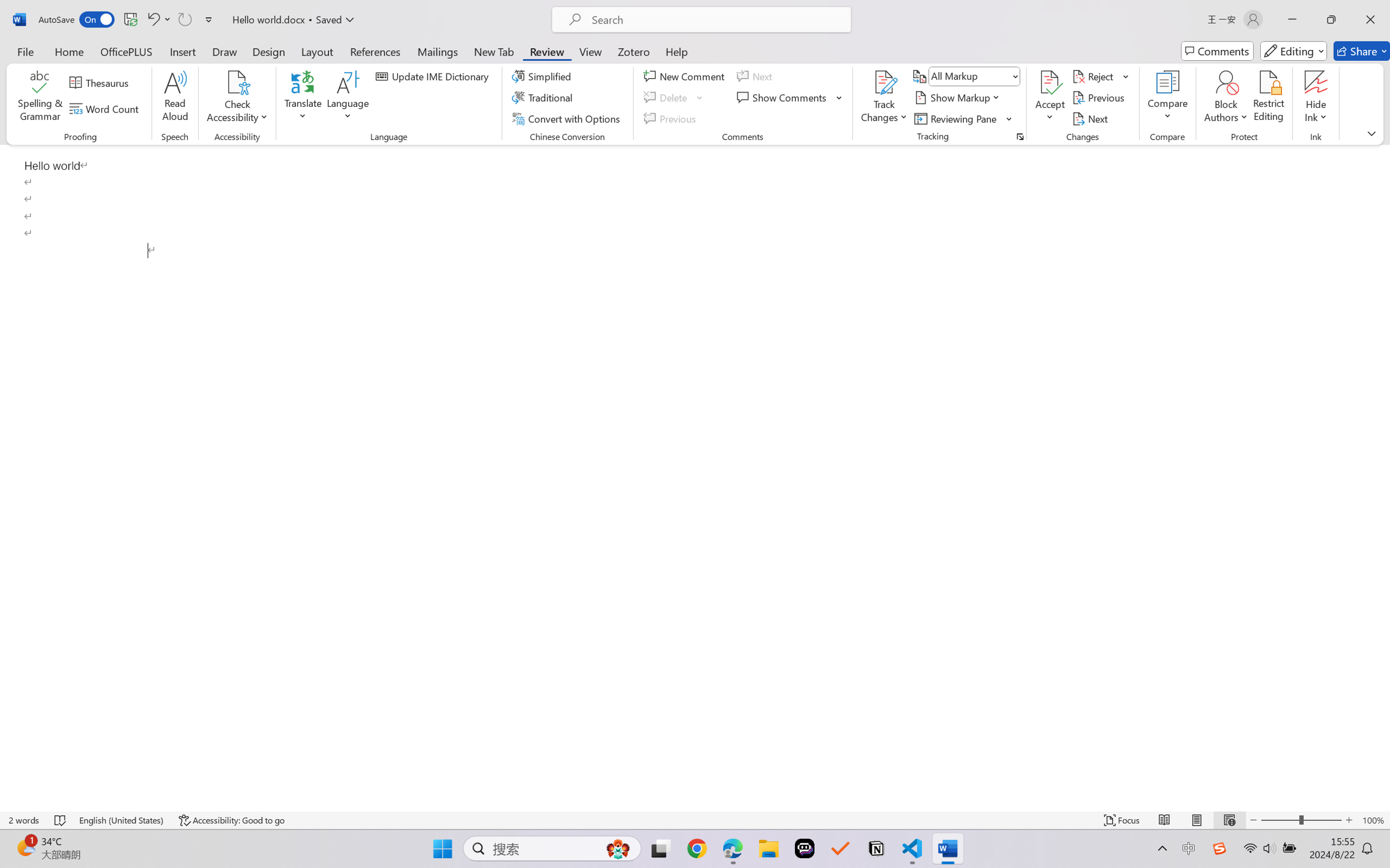  Describe the element at coordinates (956, 119) in the screenshot. I see `'Reviewing Pane'` at that location.